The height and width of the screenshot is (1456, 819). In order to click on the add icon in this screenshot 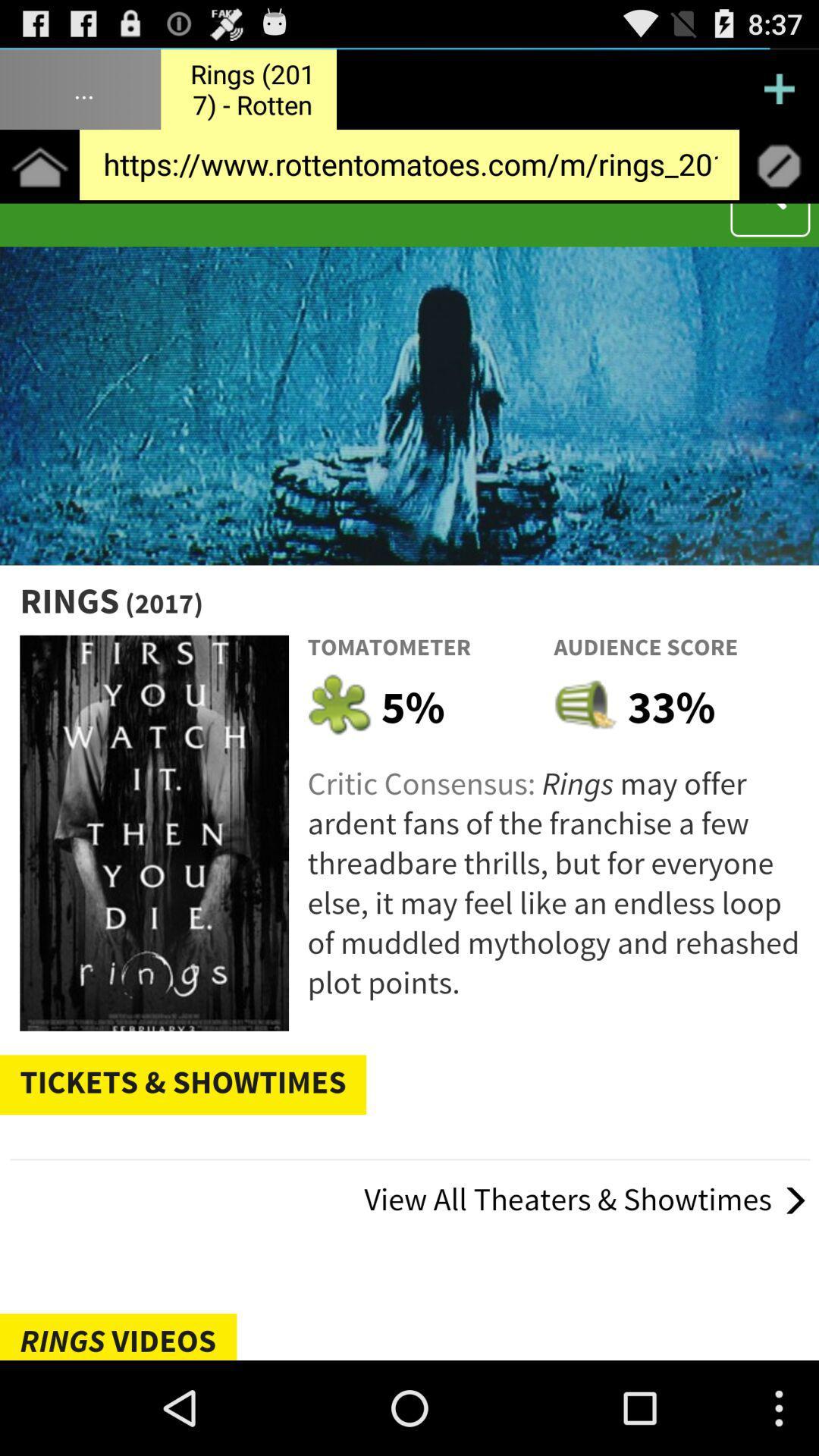, I will do `click(779, 94)`.